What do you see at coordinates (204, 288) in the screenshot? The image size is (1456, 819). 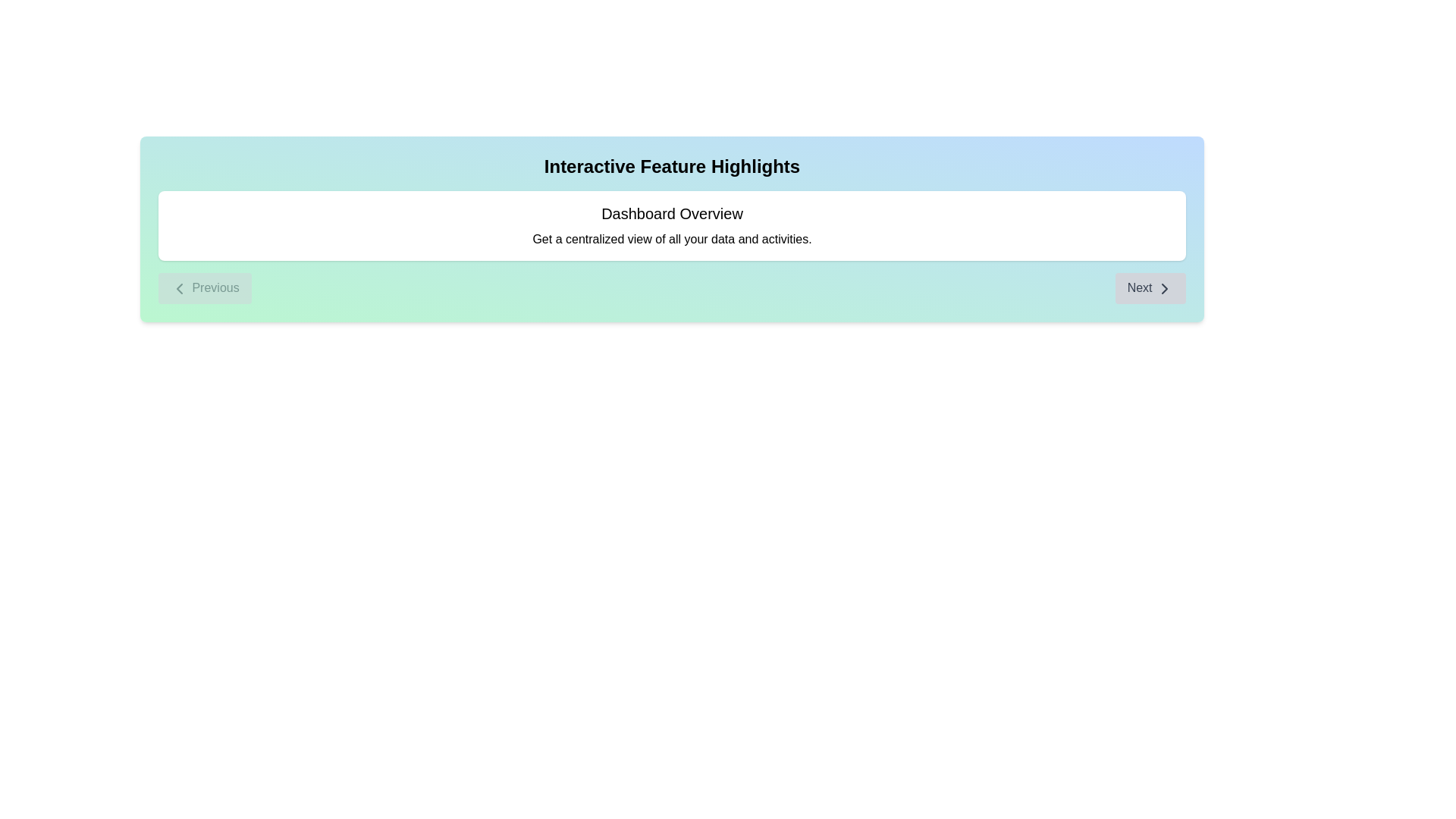 I see `the 'Previous' button with a gray background and left-pointing chevron icon` at bounding box center [204, 288].